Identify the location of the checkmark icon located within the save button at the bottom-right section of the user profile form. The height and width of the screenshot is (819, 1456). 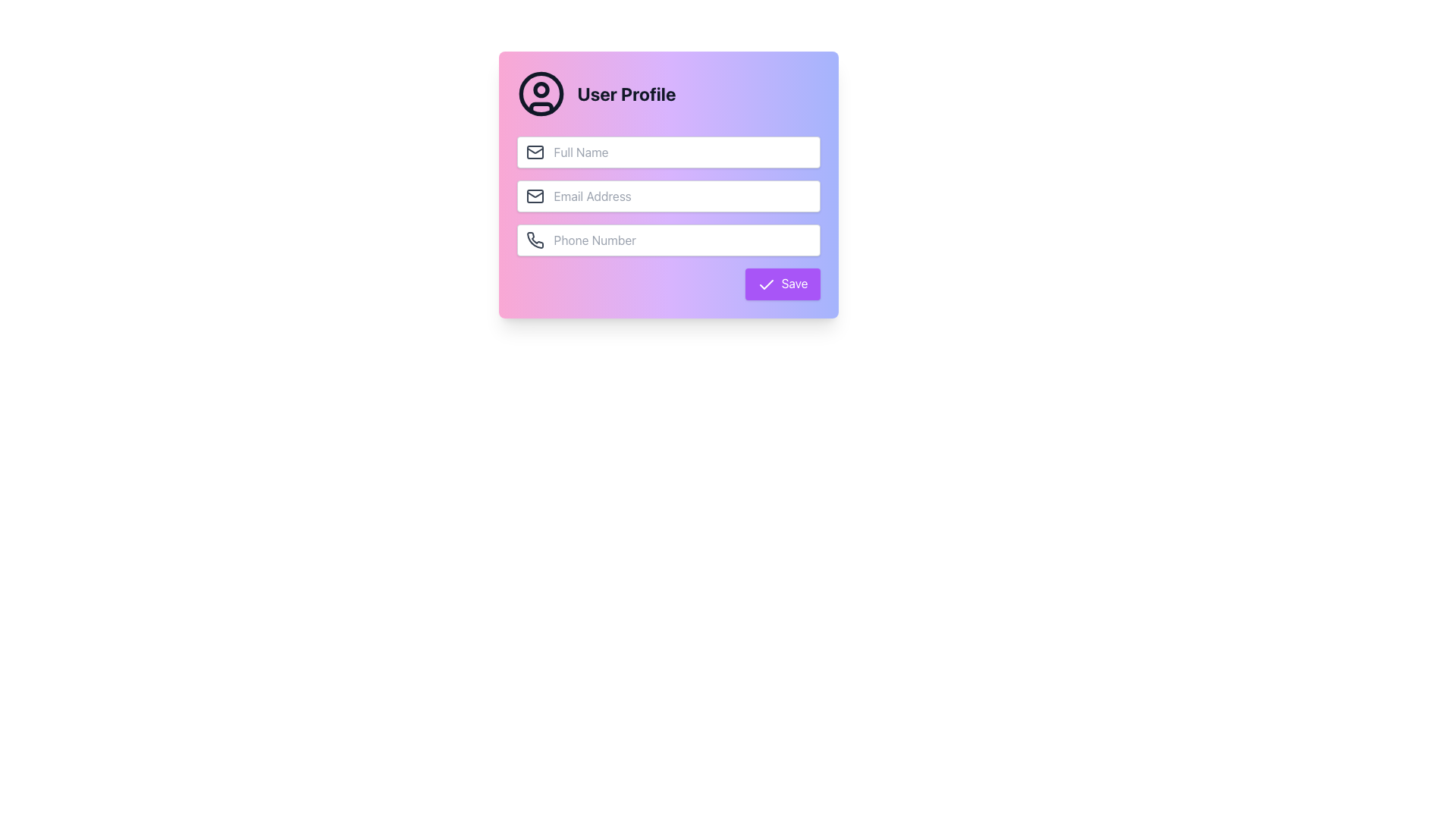
(766, 284).